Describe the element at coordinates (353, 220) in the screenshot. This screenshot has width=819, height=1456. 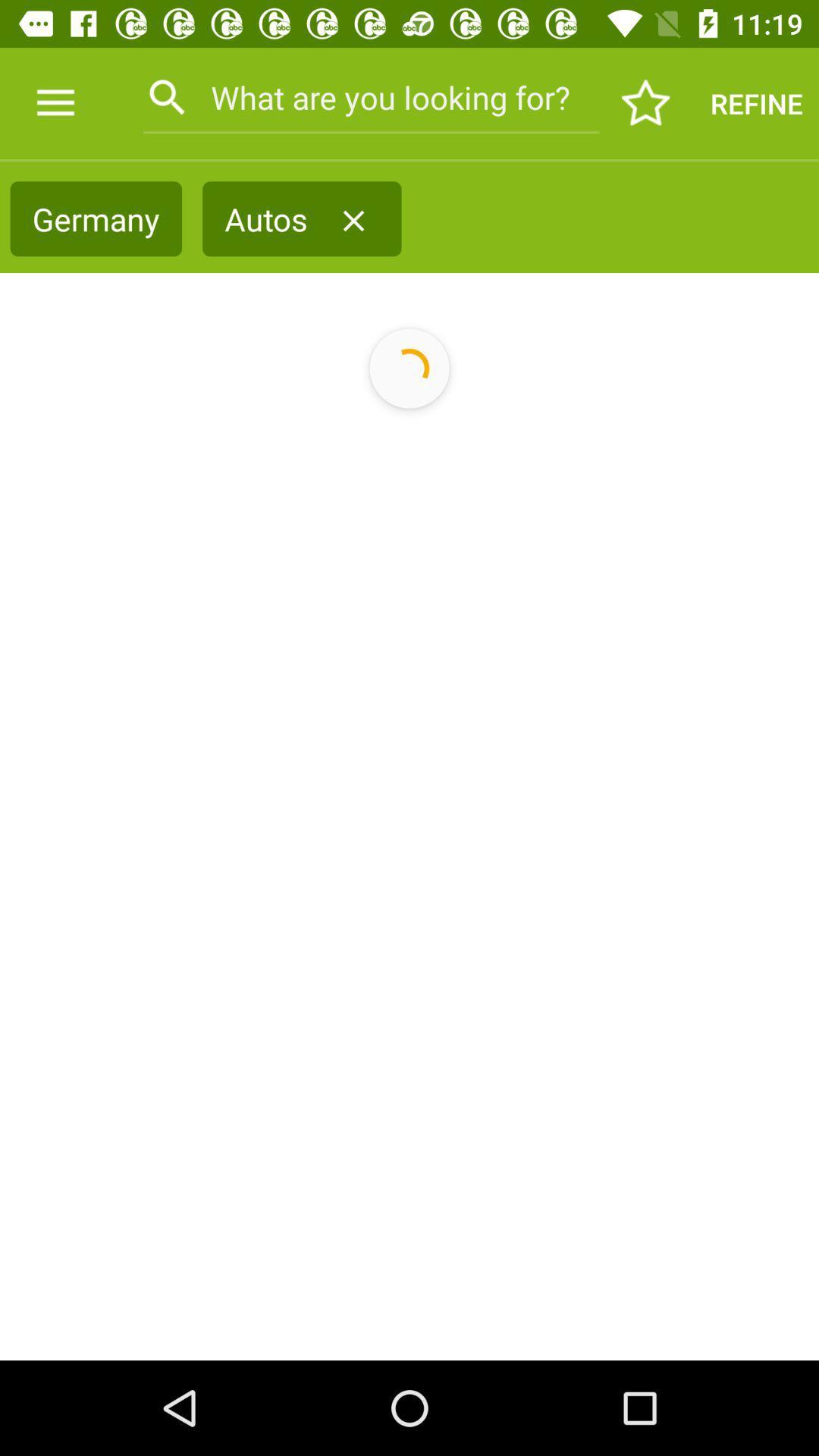
I see `icon to the right of the autos icon` at that location.